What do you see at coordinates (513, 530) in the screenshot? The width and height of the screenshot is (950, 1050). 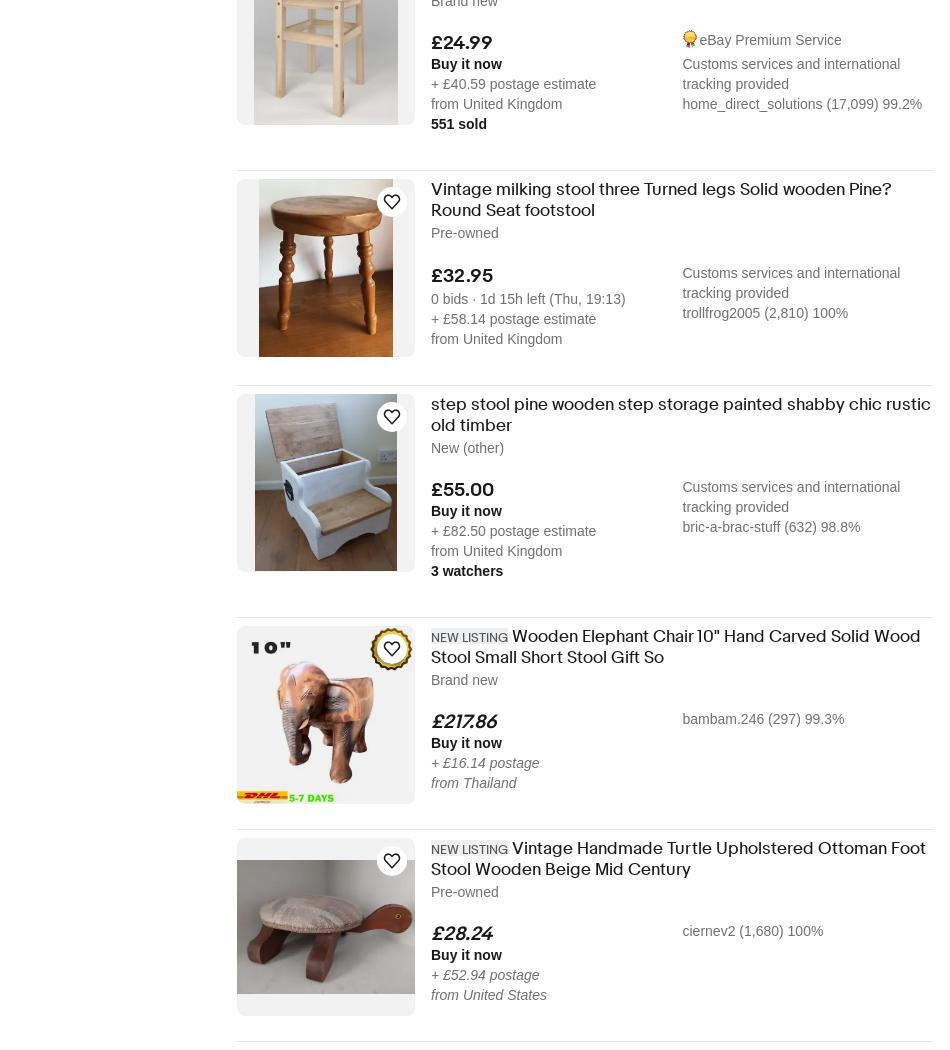 I see `'+ £82.50 postage estimate'` at bounding box center [513, 530].